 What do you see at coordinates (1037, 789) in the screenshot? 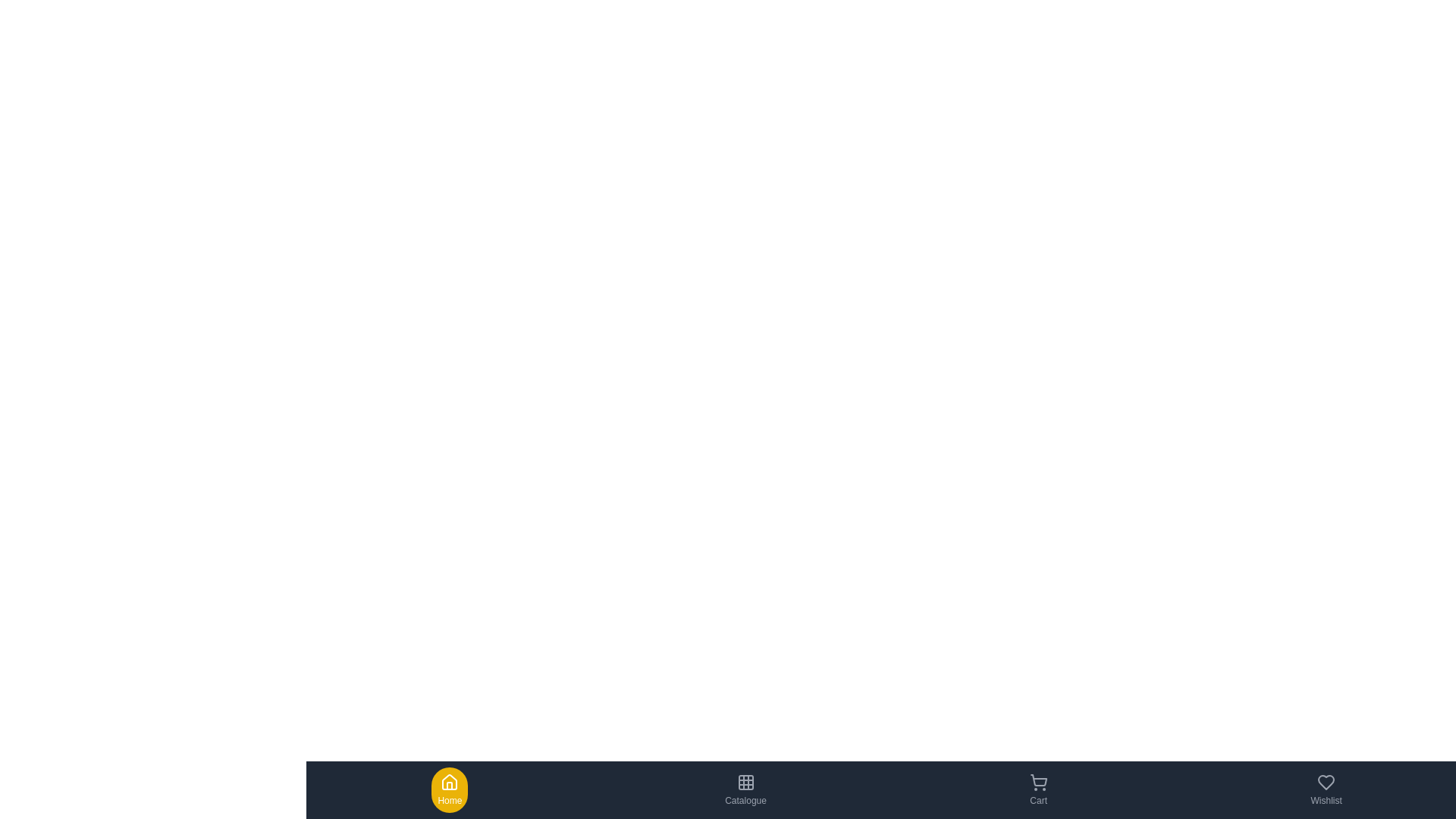
I see `the button labeled Cart to observe its hover effect` at bounding box center [1037, 789].